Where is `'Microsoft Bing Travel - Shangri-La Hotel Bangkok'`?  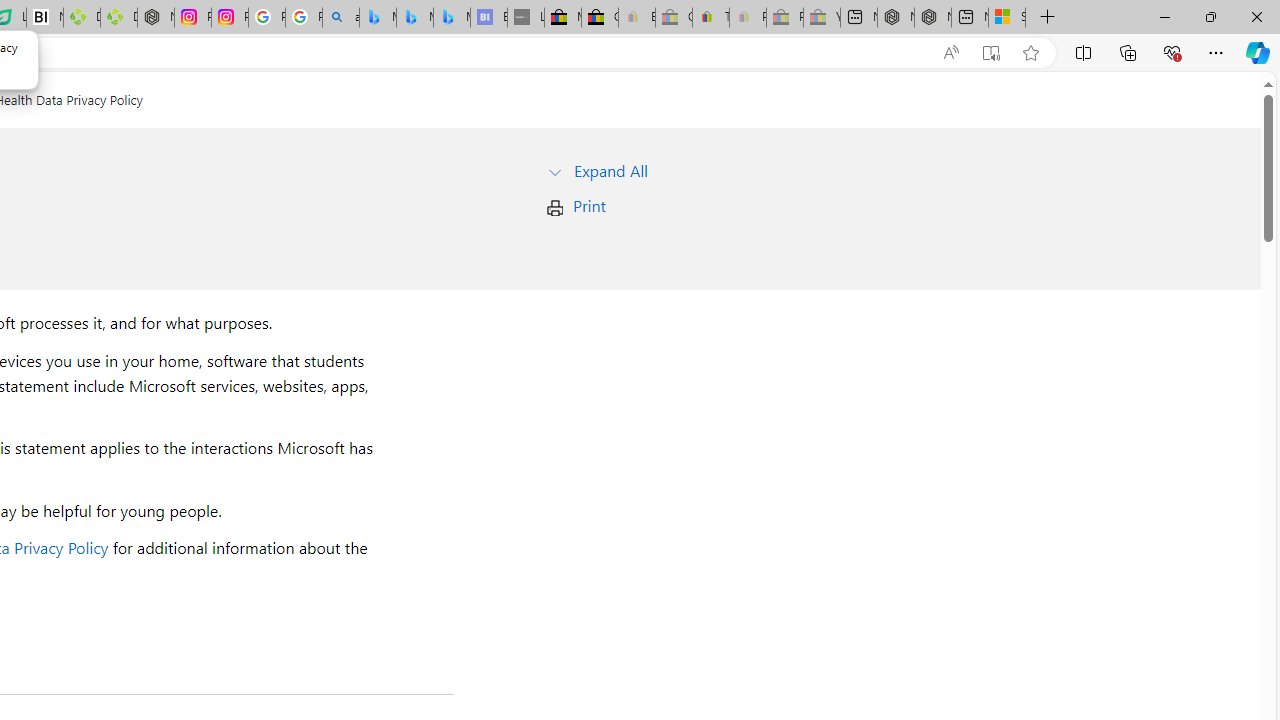
'Microsoft Bing Travel - Shangri-La Hotel Bangkok' is located at coordinates (450, 17).